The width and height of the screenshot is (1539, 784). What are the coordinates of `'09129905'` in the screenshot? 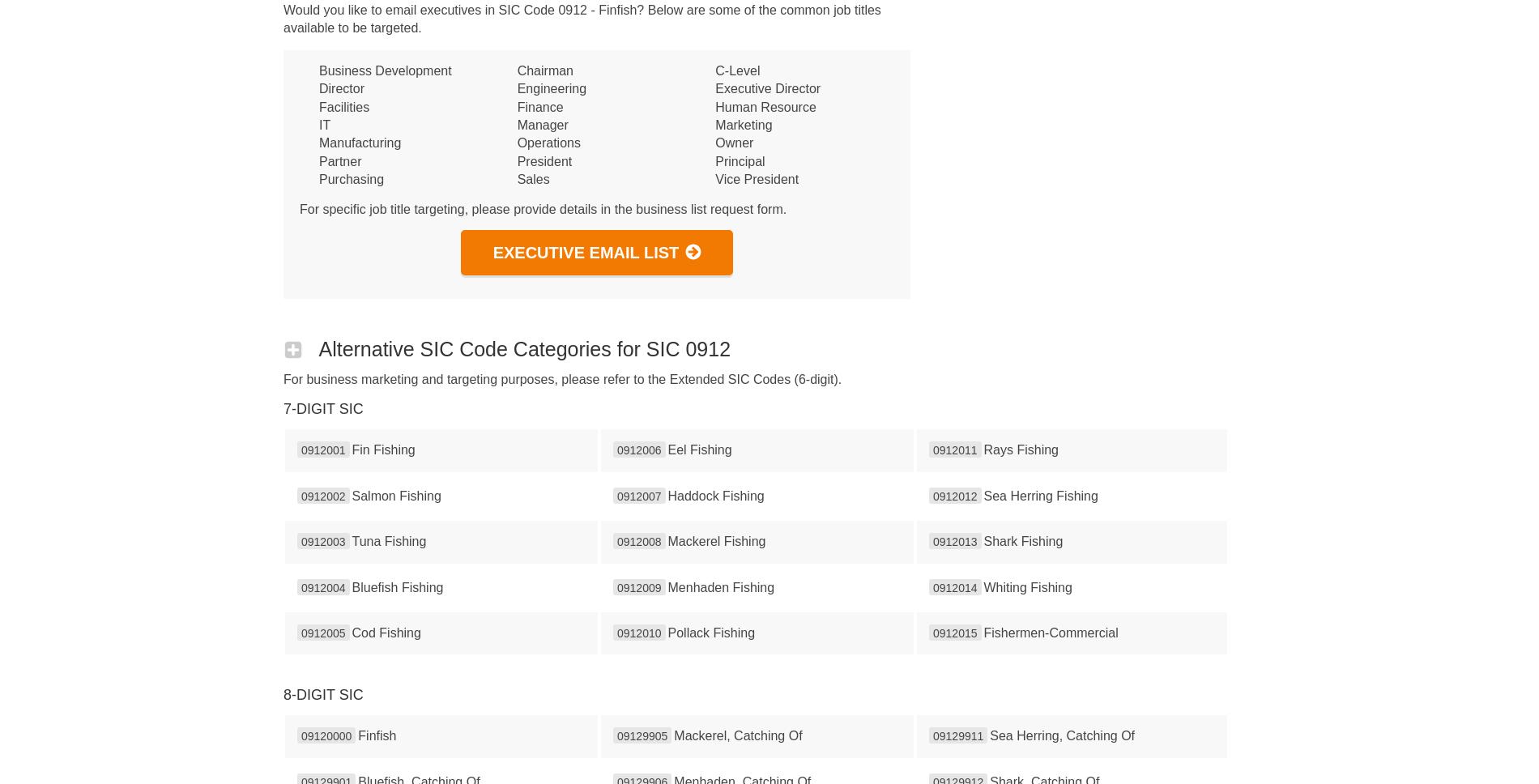 It's located at (642, 735).